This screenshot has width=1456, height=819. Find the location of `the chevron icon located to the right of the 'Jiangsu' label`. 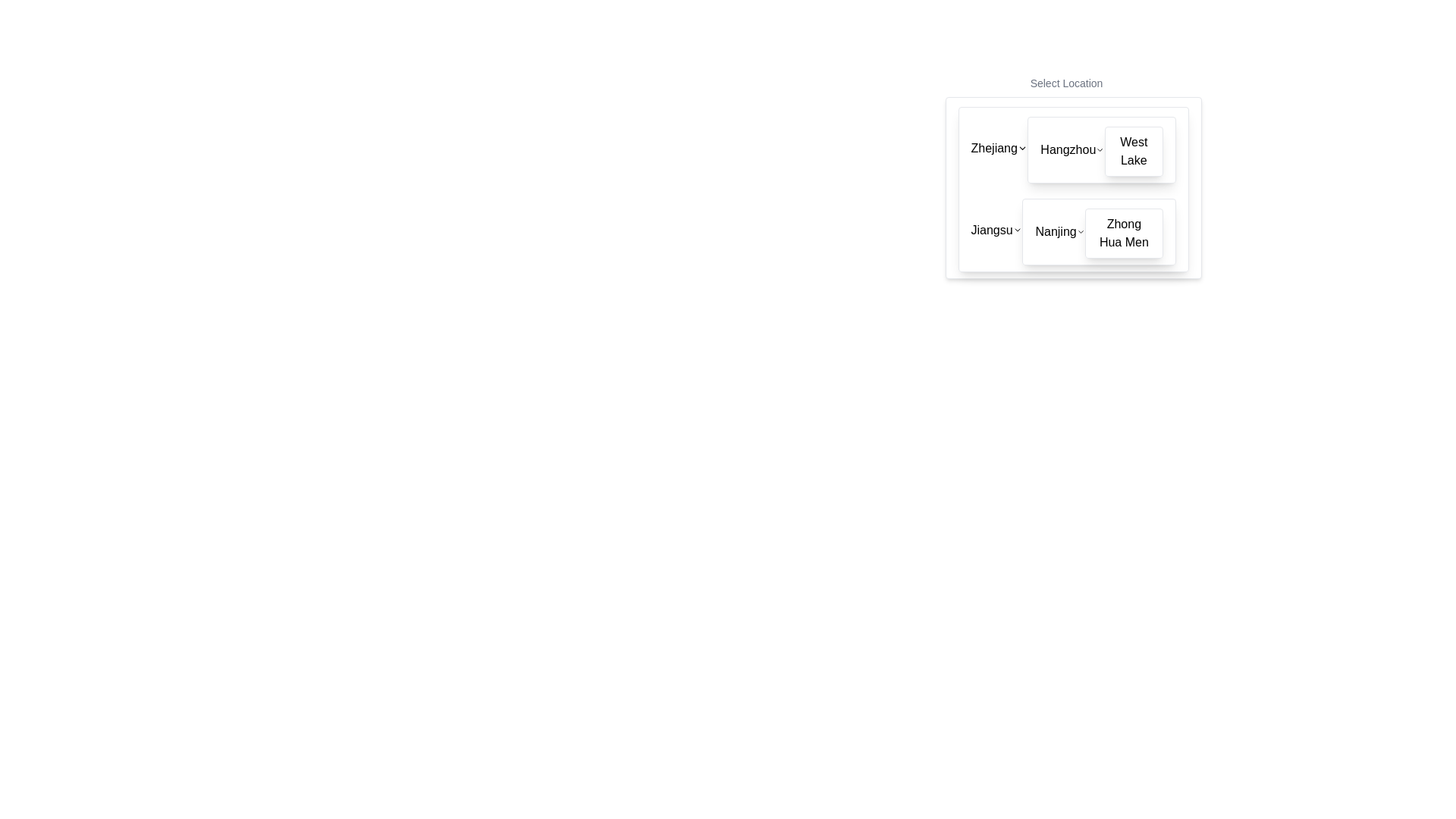

the chevron icon located to the right of the 'Jiangsu' label is located at coordinates (1018, 231).